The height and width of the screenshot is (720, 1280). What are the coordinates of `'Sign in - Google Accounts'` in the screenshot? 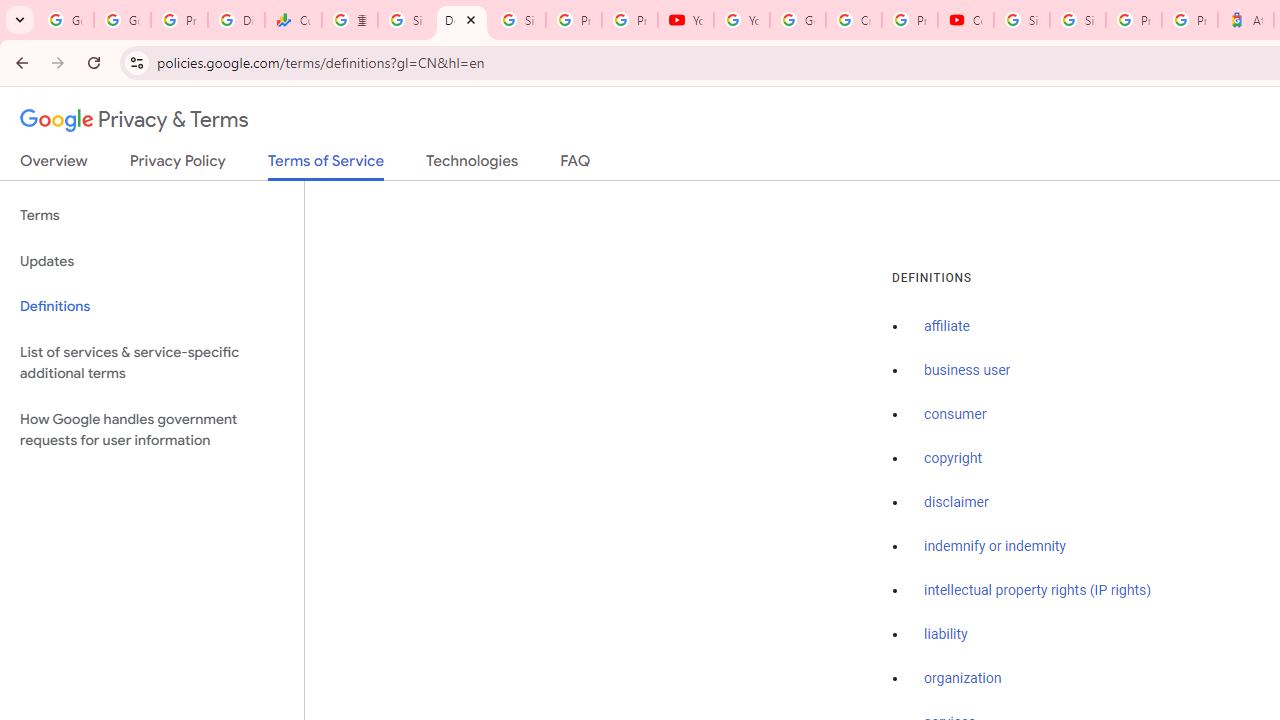 It's located at (404, 20).